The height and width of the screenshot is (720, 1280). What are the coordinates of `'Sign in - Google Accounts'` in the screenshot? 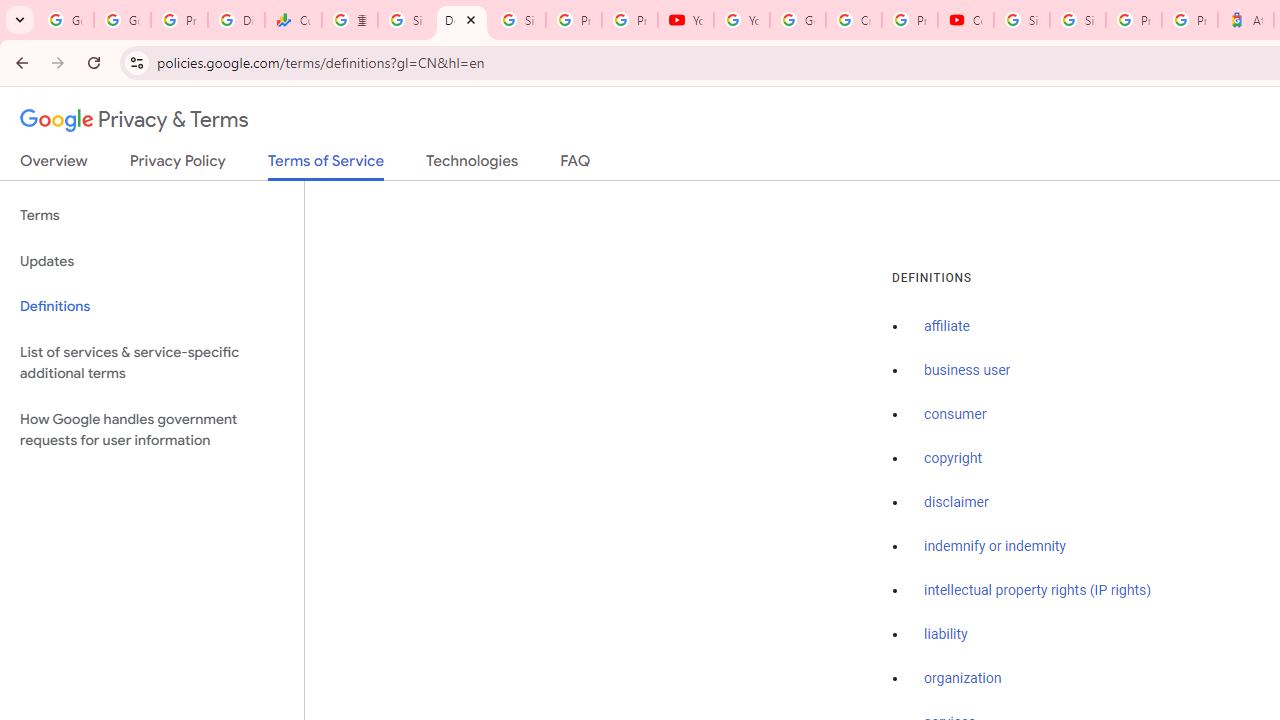 It's located at (404, 20).